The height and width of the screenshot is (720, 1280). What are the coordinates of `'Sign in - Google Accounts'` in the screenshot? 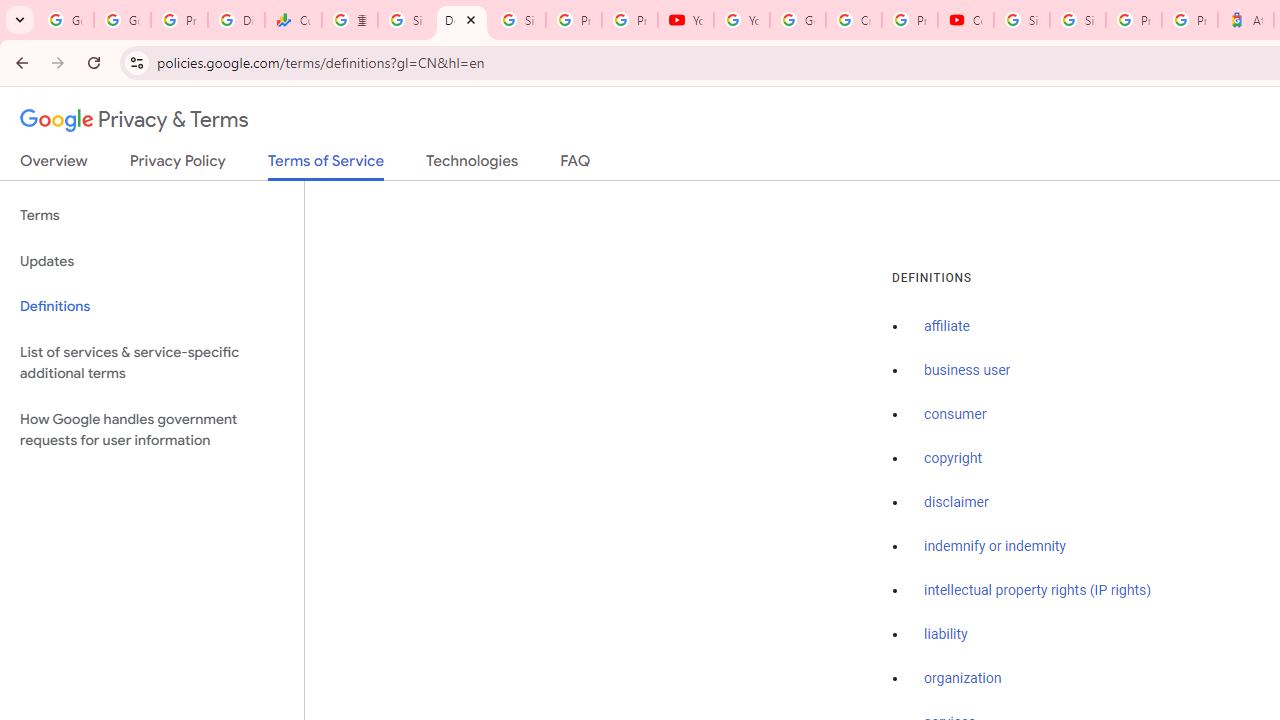 It's located at (404, 20).